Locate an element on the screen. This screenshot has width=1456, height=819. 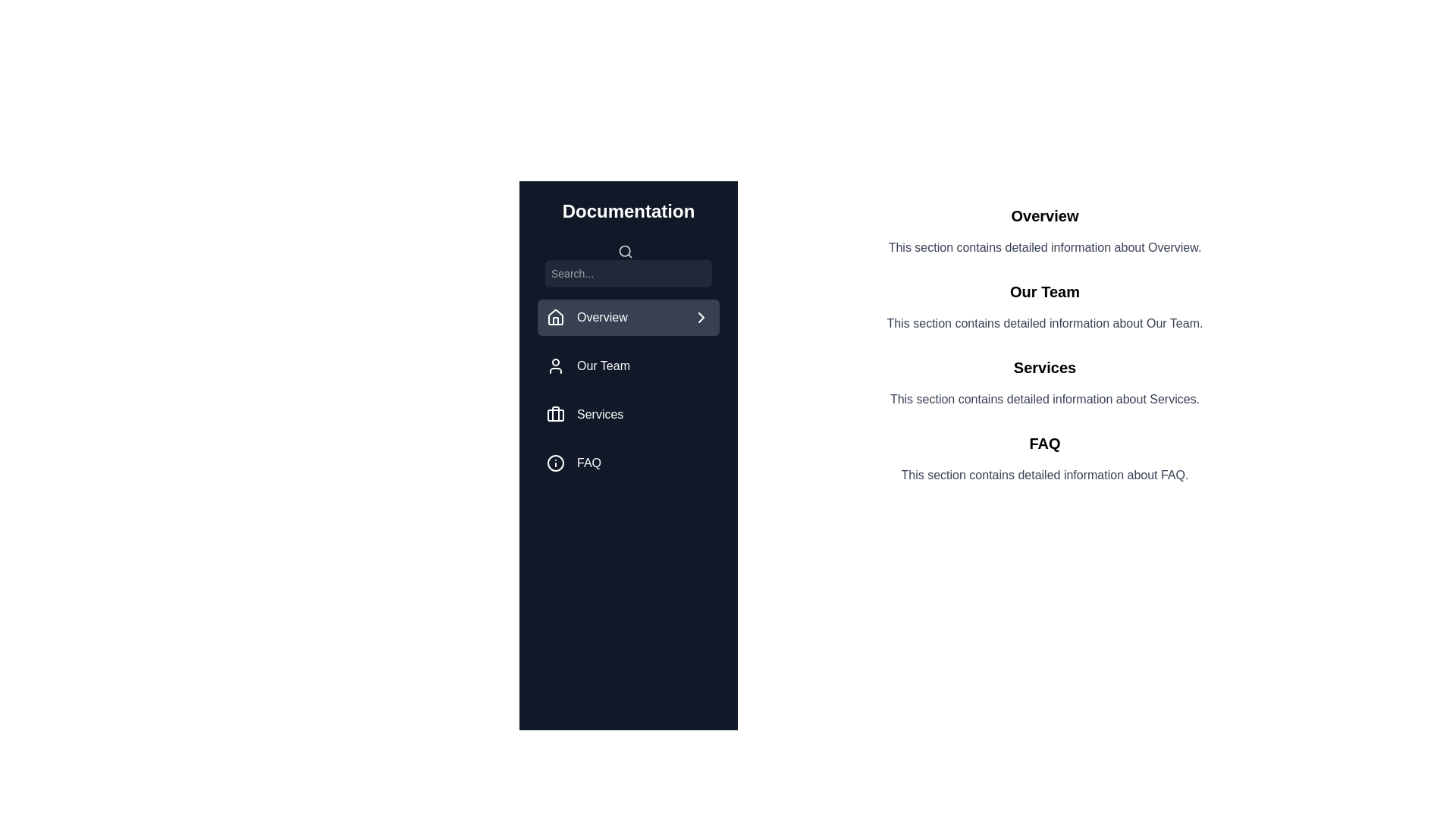
descriptive text element located beneath the 'FAQ' heading in the middle-right section of the interface is located at coordinates (1043, 475).